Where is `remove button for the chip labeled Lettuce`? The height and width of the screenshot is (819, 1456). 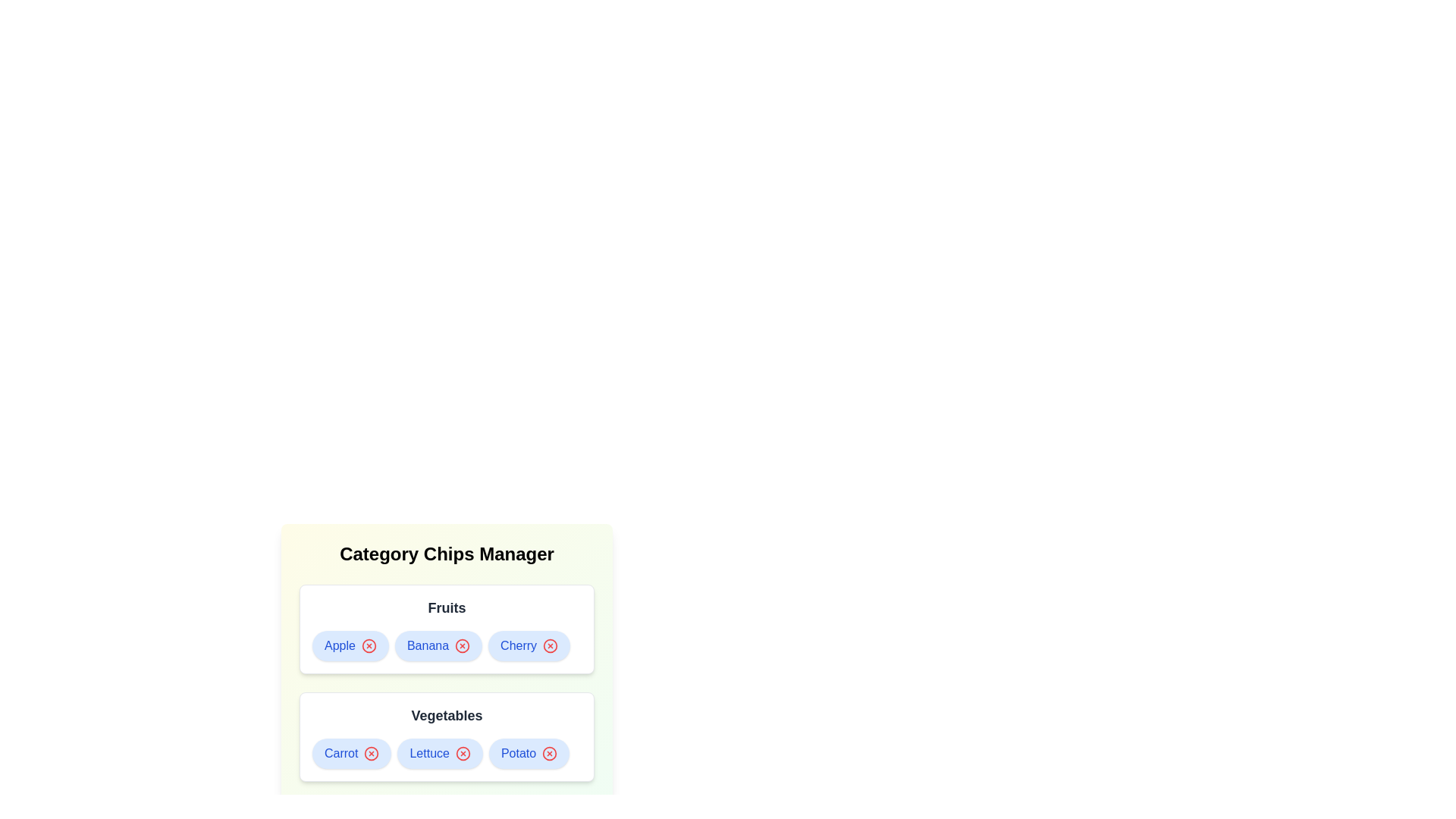
remove button for the chip labeled Lettuce is located at coordinates (462, 754).